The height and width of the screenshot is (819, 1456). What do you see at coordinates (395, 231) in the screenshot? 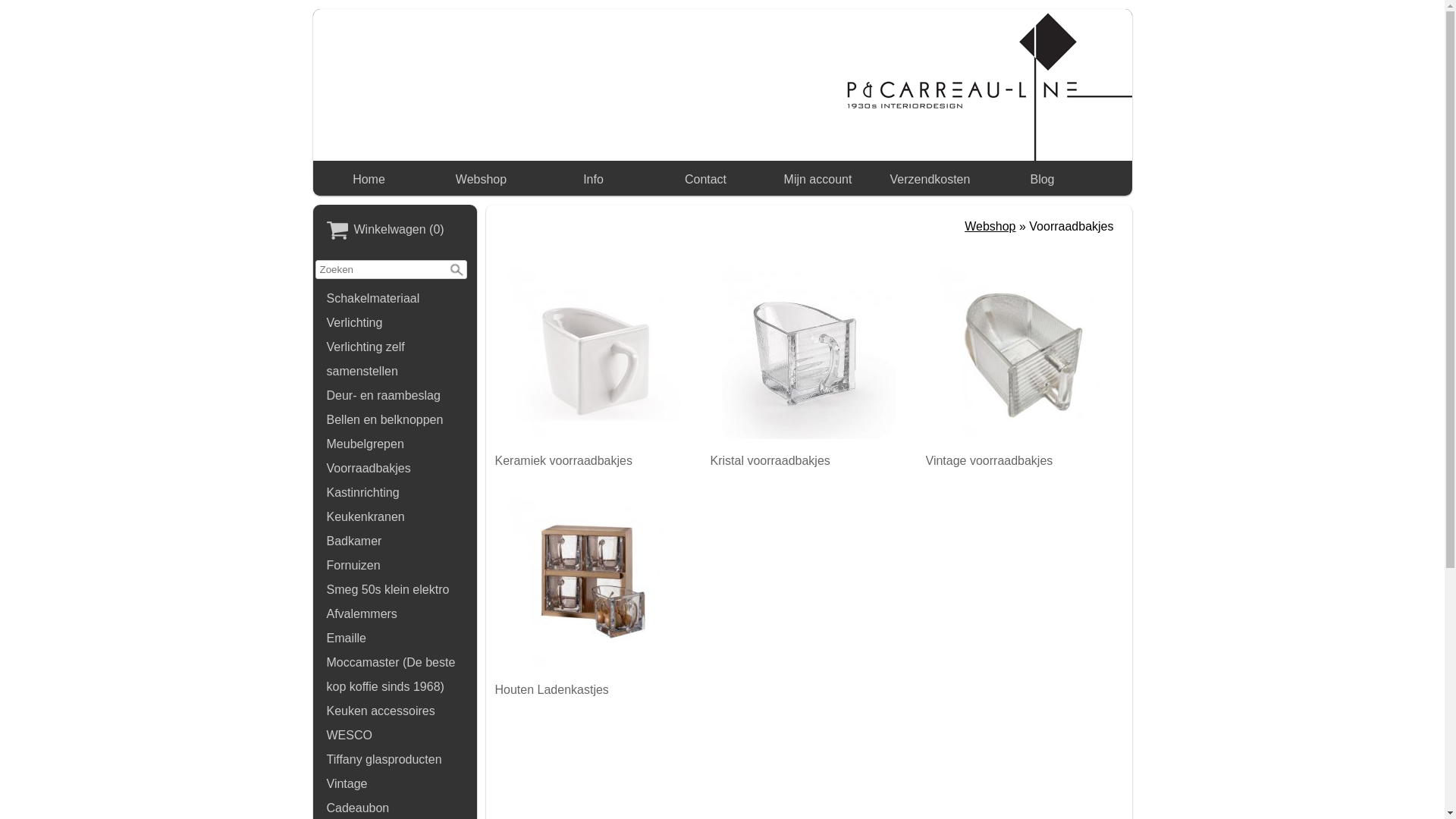
I see `'WinkelwagenWinkelwagen (0)'` at bounding box center [395, 231].